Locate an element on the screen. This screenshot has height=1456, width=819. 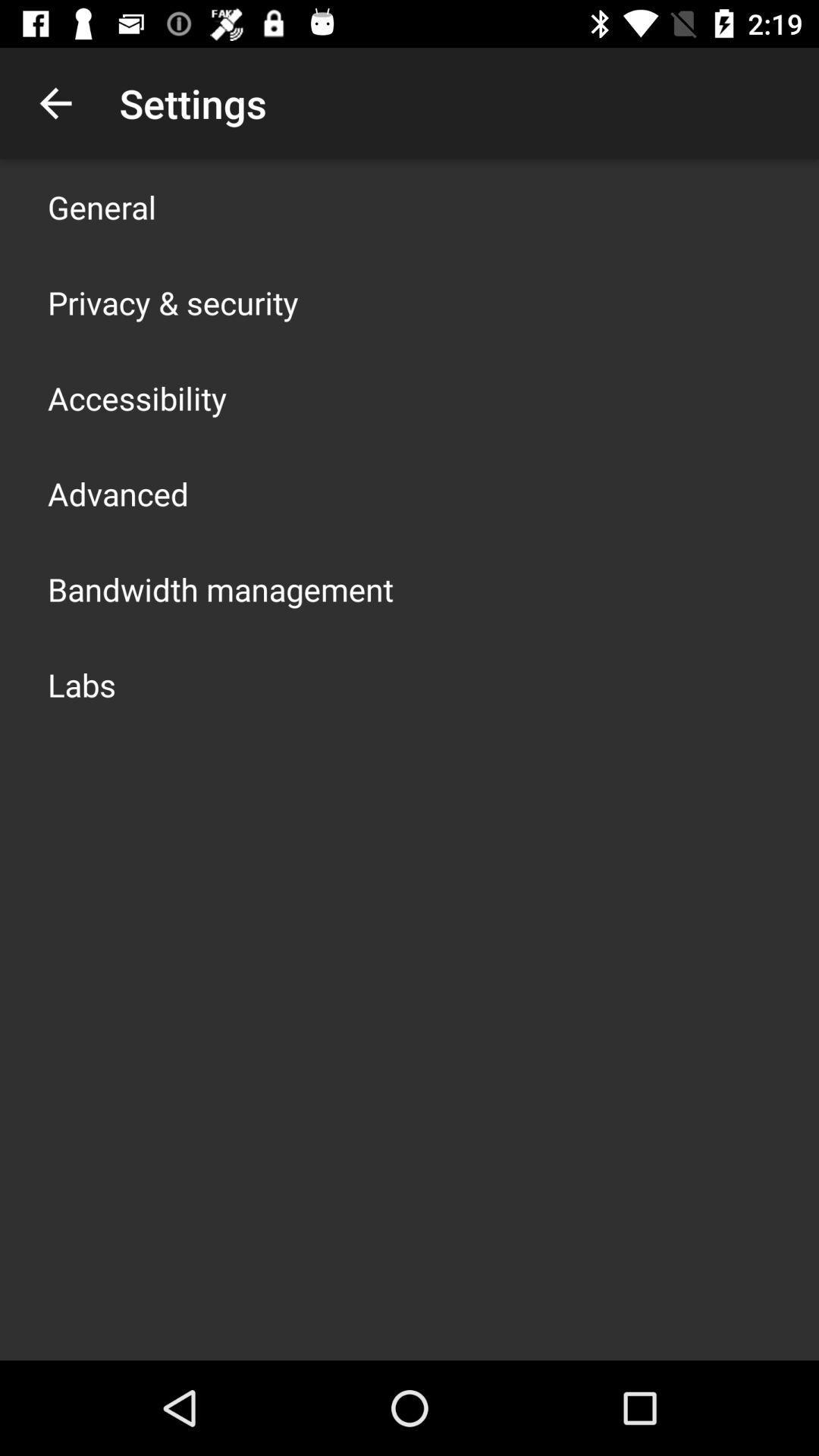
the icon above the general icon is located at coordinates (55, 102).